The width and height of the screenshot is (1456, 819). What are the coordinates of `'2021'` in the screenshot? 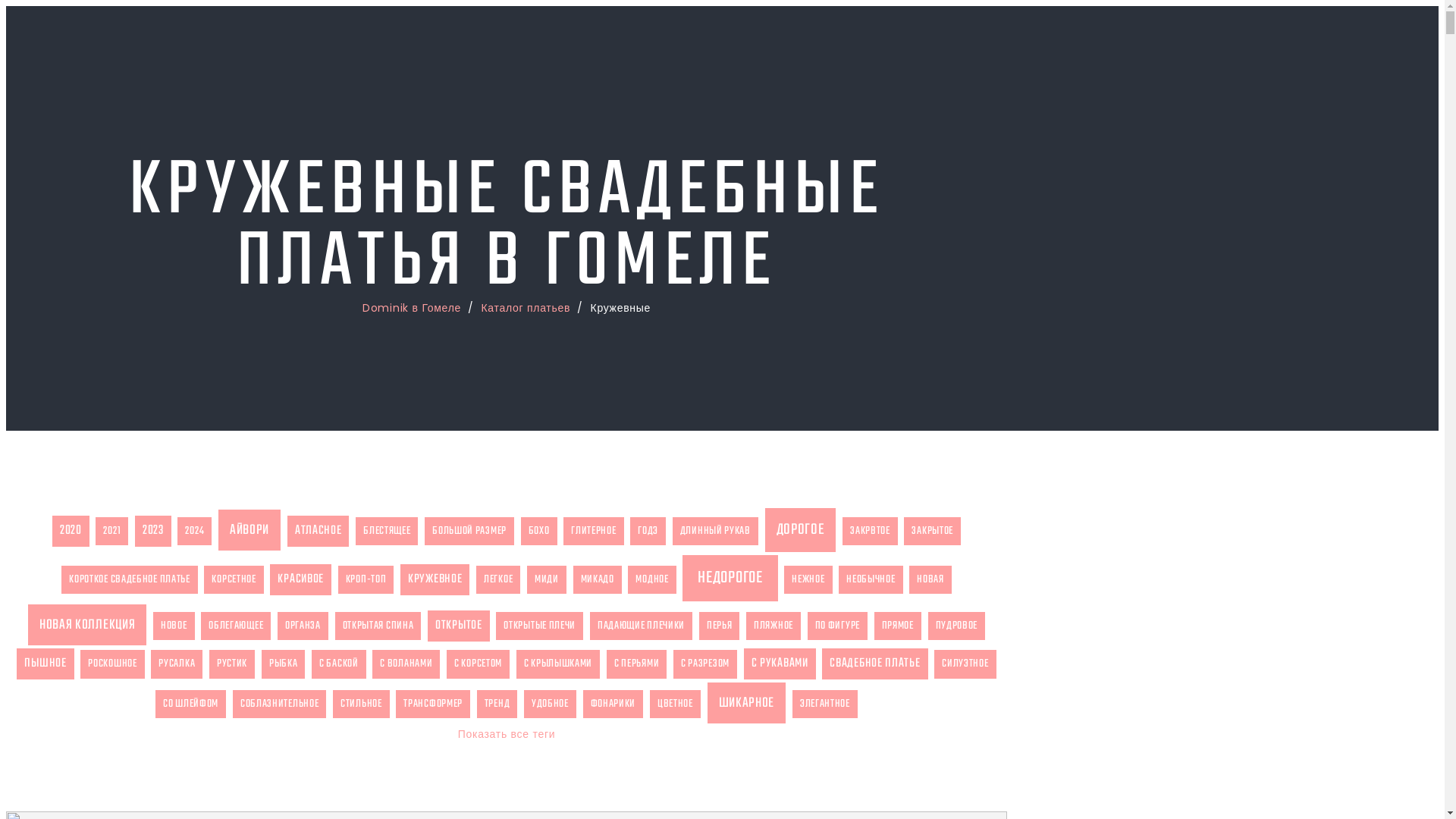 It's located at (111, 530).